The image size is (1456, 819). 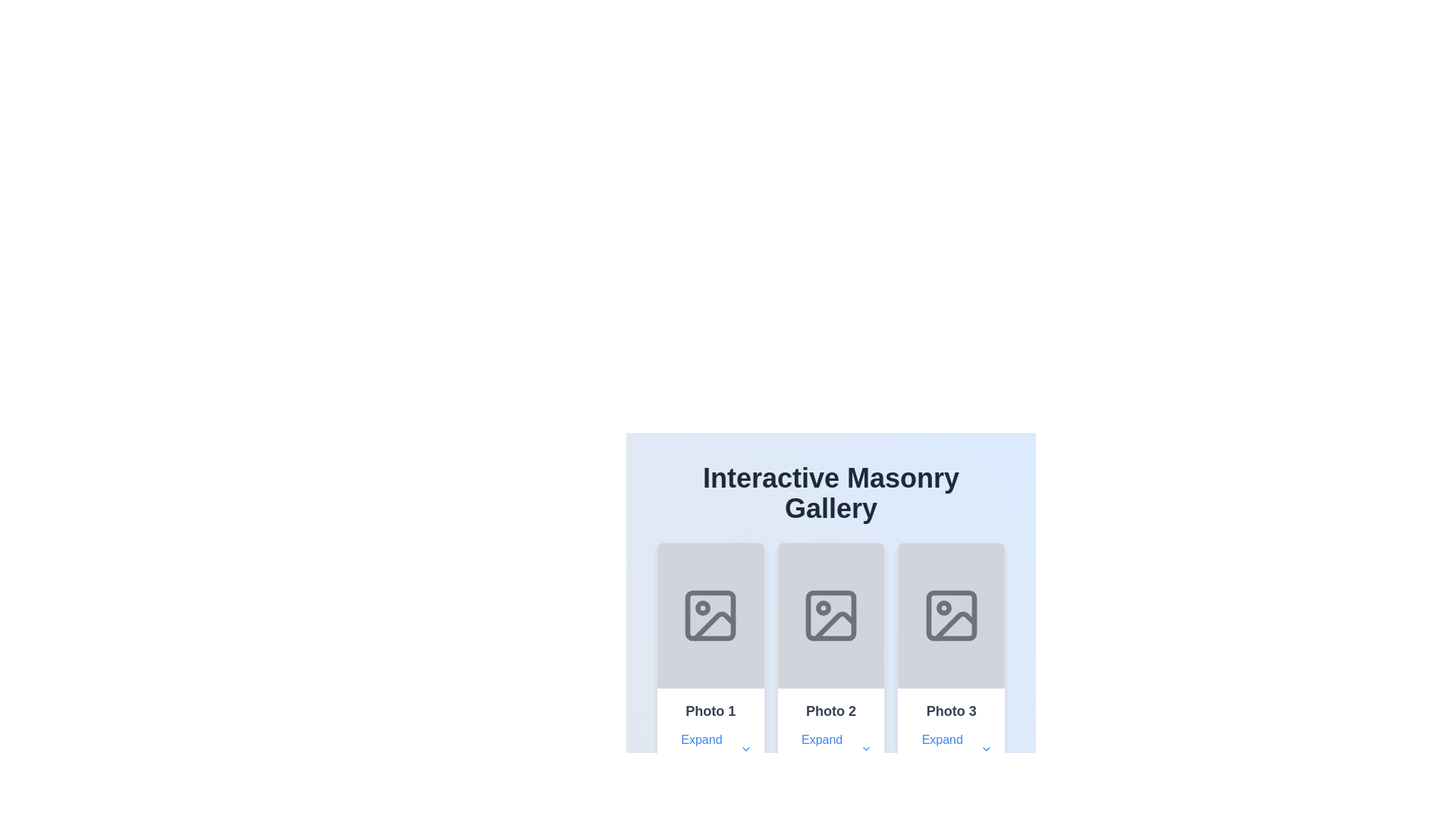 I want to click on the interactive link labeled 'Expand Details' located in the Text section at the bottom of the first card on the left, so click(x=710, y=733).